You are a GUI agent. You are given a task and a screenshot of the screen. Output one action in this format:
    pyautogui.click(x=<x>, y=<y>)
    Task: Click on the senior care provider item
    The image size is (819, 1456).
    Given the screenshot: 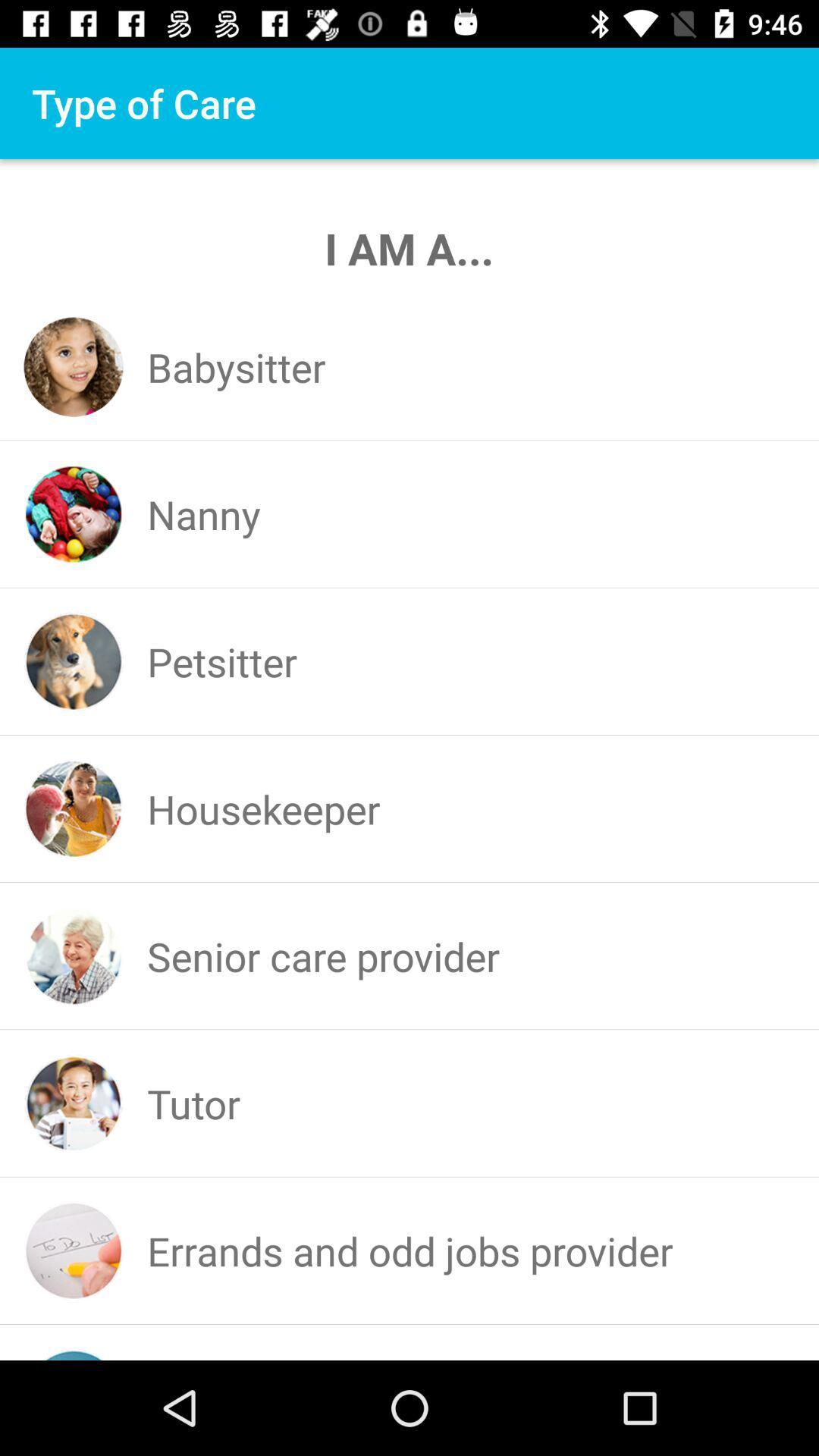 What is the action you would take?
    pyautogui.click(x=322, y=955)
    